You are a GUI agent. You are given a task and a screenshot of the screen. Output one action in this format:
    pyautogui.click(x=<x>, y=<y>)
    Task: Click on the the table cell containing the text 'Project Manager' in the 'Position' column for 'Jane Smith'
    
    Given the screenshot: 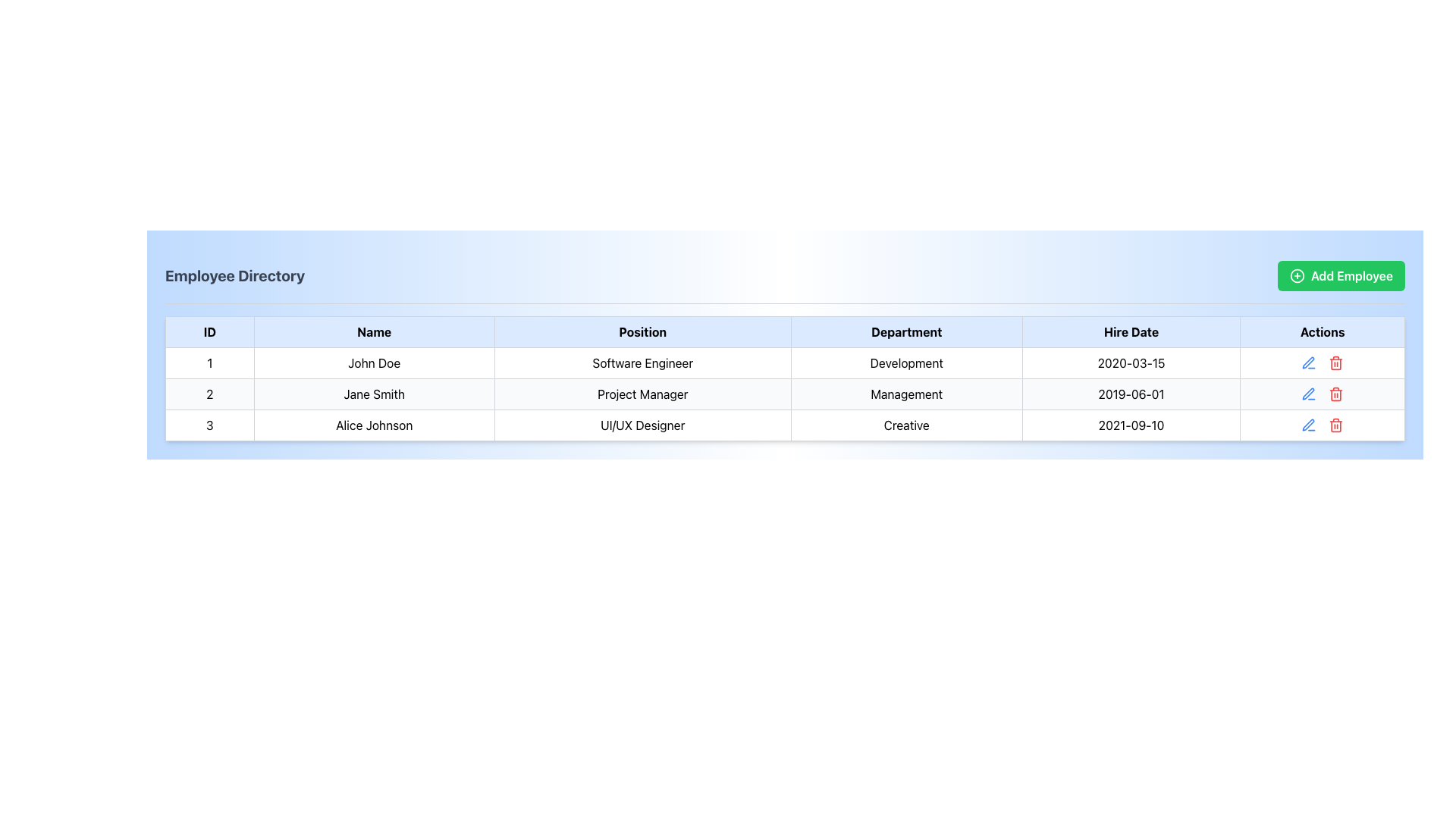 What is the action you would take?
    pyautogui.click(x=642, y=394)
    